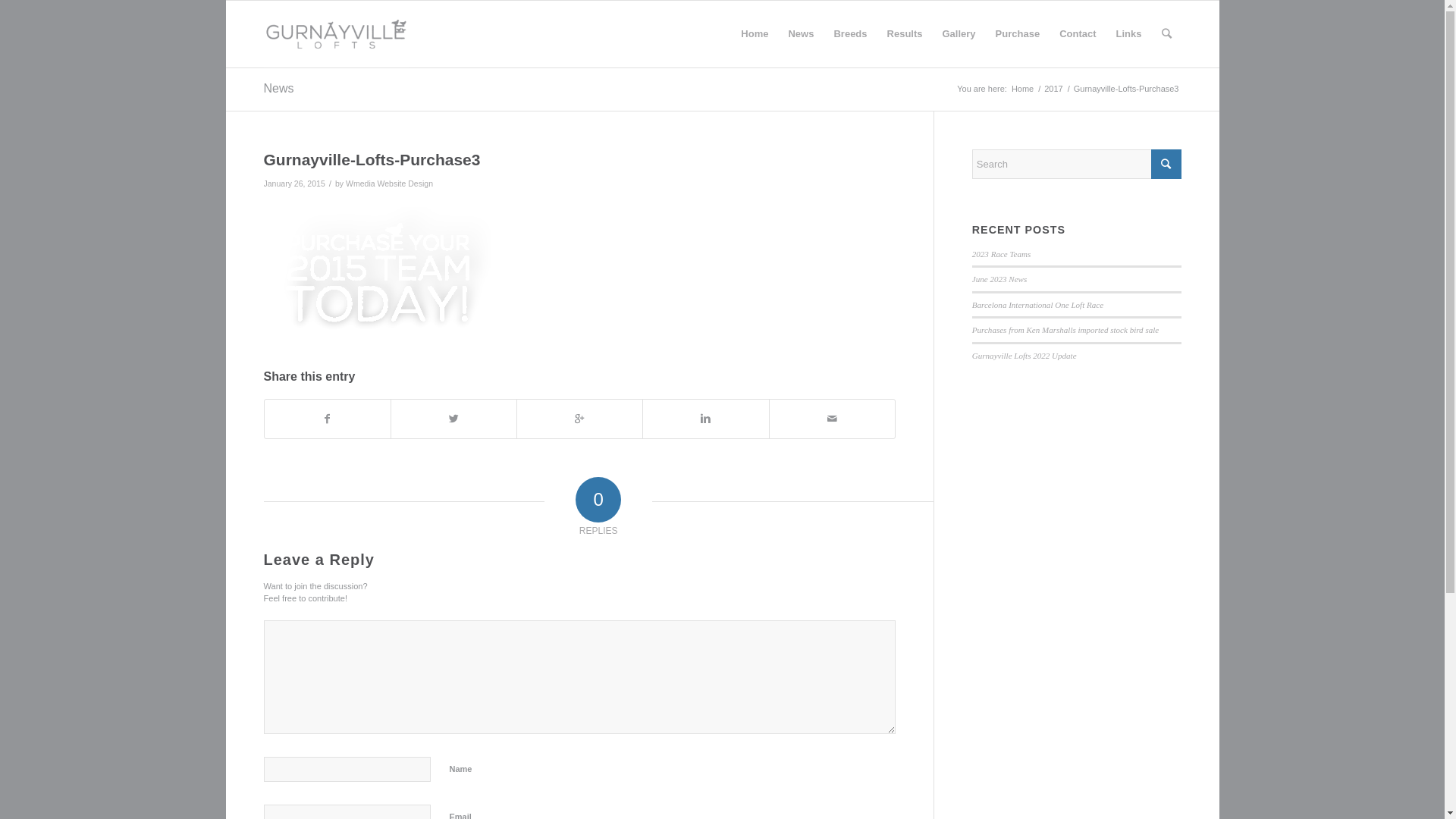 This screenshot has height=819, width=1456. Describe the element at coordinates (279, 88) in the screenshot. I see `'News'` at that location.